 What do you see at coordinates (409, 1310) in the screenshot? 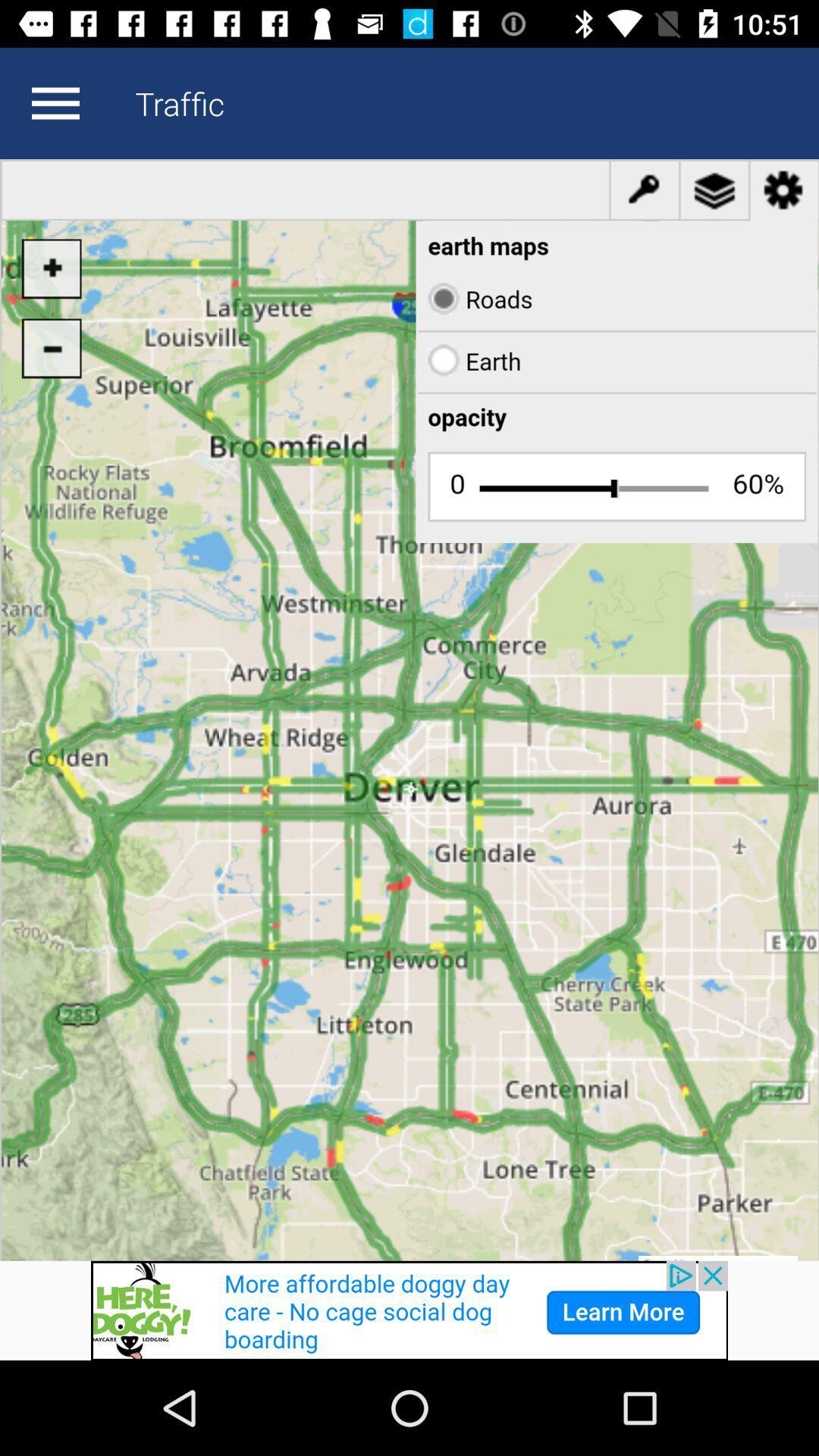
I see `advertisement` at bounding box center [409, 1310].